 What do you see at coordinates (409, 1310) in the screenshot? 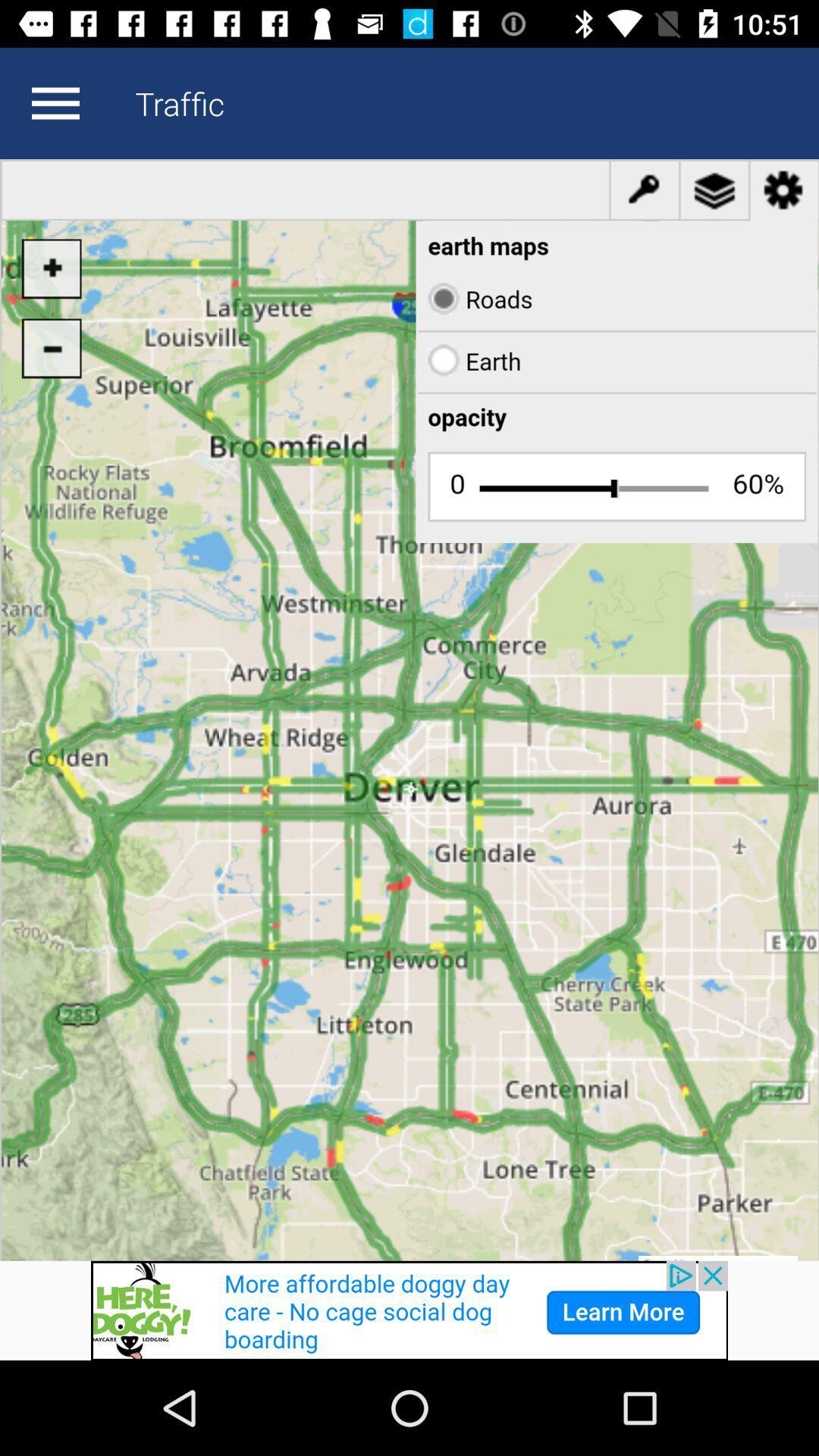
I see `advertisement` at bounding box center [409, 1310].